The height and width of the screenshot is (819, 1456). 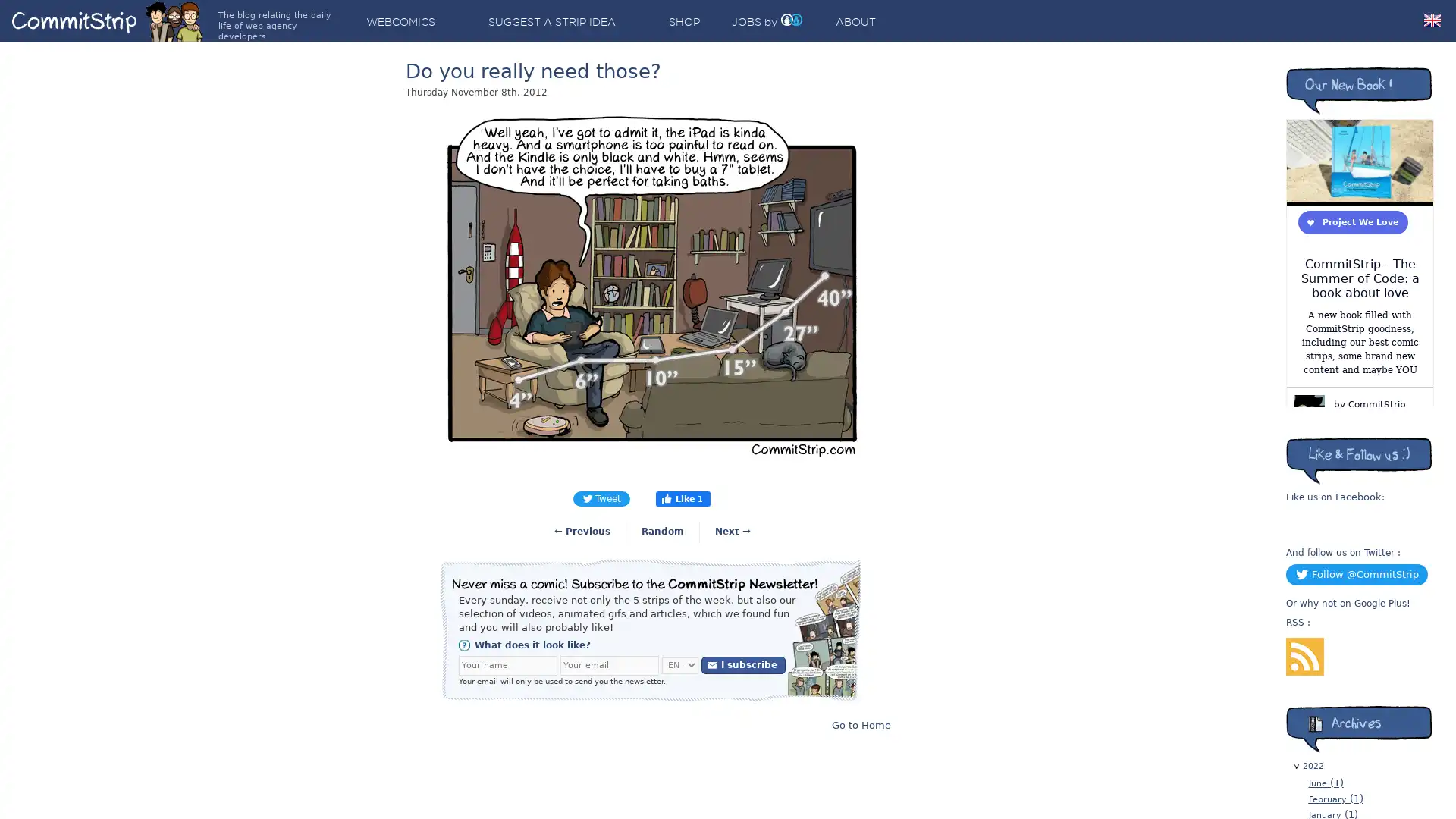 I want to click on I subscribe, so click(x=743, y=664).